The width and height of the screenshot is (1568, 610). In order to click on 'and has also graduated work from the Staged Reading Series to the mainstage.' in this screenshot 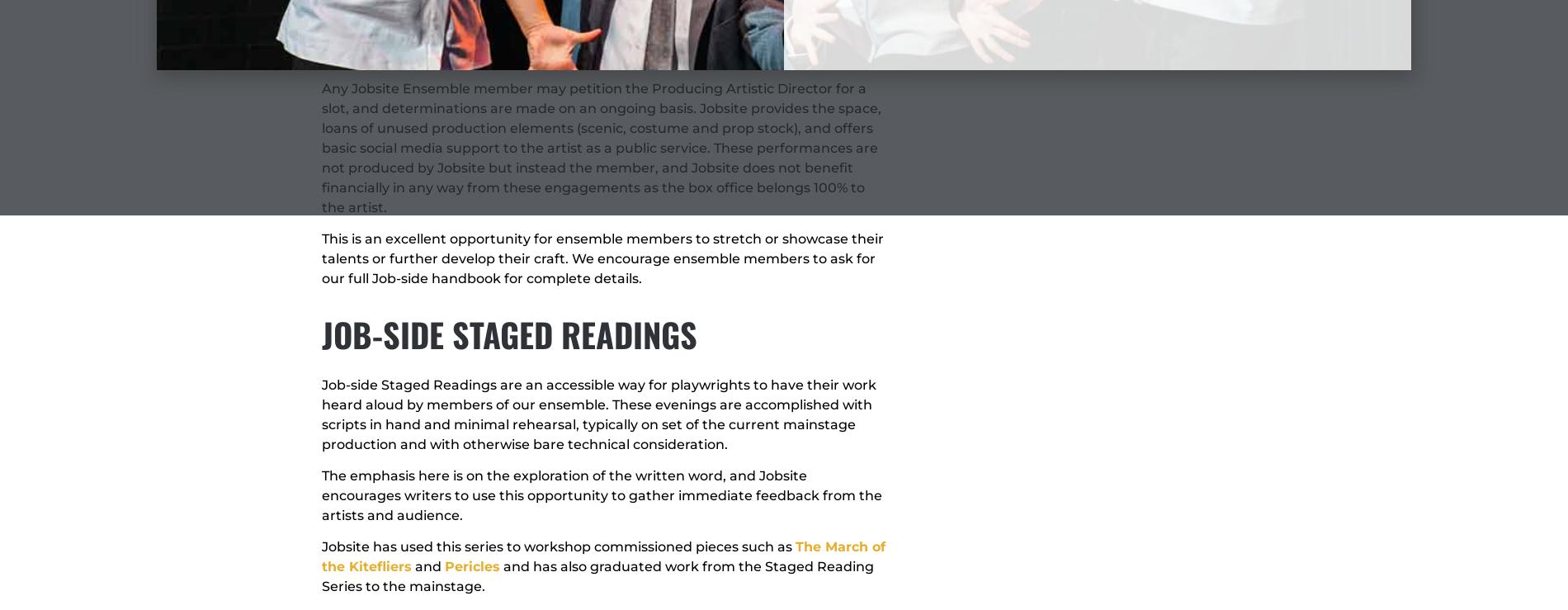, I will do `click(597, 575)`.